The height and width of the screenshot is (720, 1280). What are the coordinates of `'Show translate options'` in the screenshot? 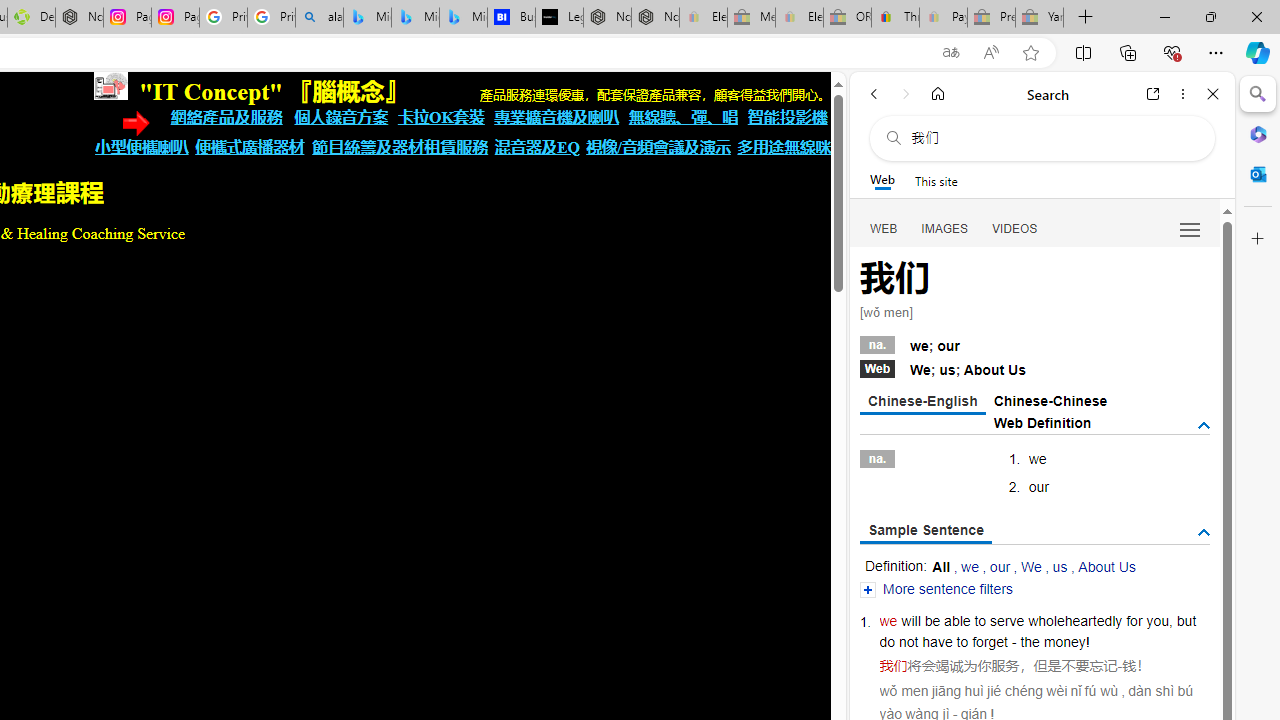 It's located at (950, 52).